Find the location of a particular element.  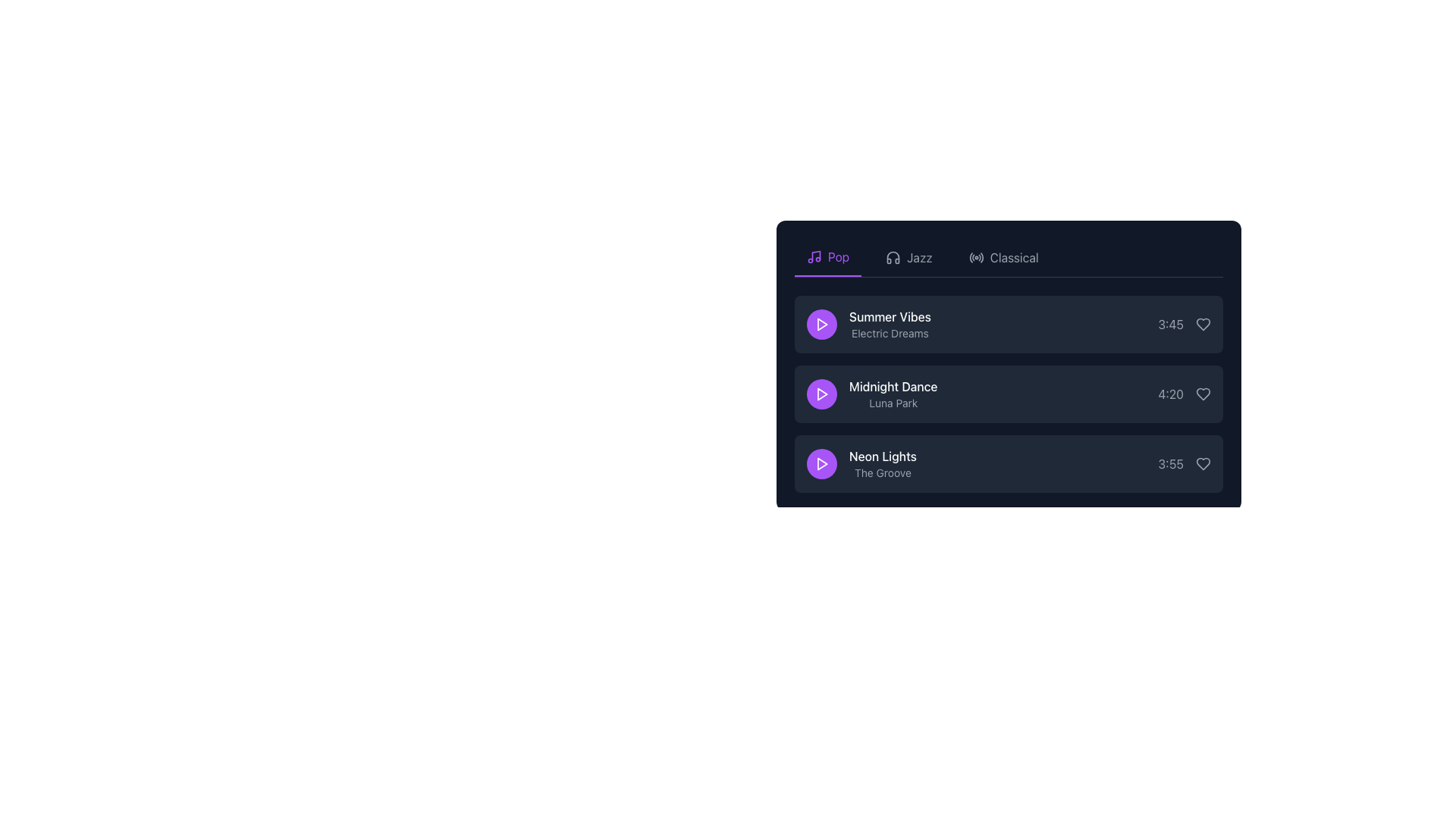

the static text display showing the duration '3:45' in light gray color, which is part of the list item for the track 'Summer Vibes' is located at coordinates (1184, 324).